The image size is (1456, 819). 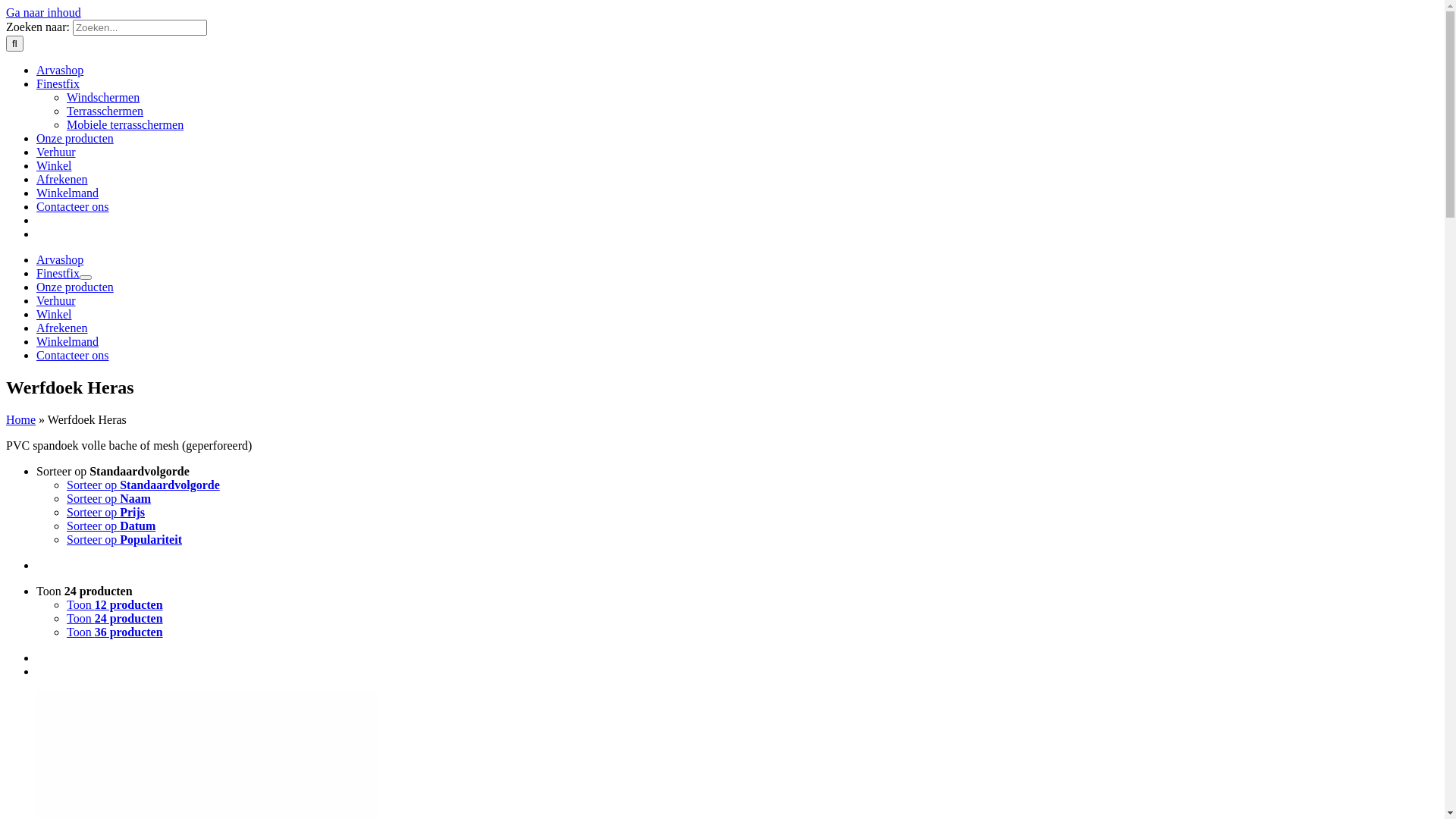 What do you see at coordinates (72, 206) in the screenshot?
I see `'Contacteer ons'` at bounding box center [72, 206].